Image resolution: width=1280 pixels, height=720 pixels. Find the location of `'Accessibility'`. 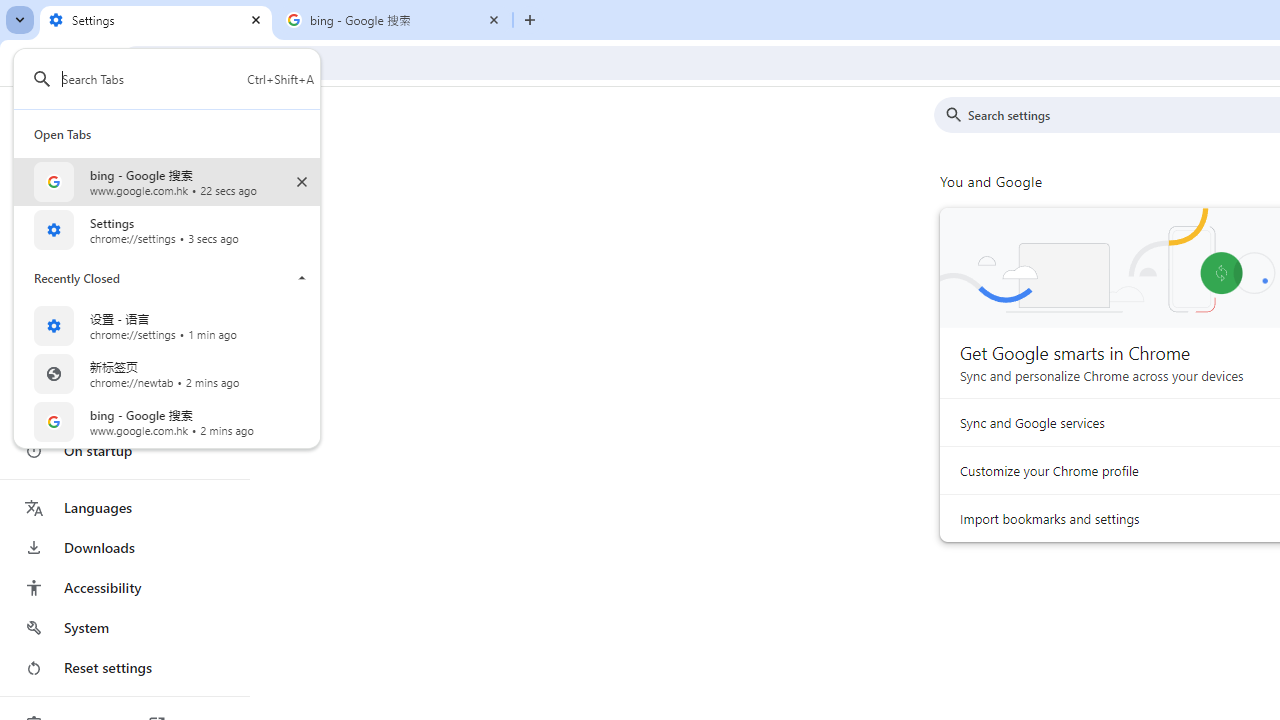

'Accessibility' is located at coordinates (123, 586).